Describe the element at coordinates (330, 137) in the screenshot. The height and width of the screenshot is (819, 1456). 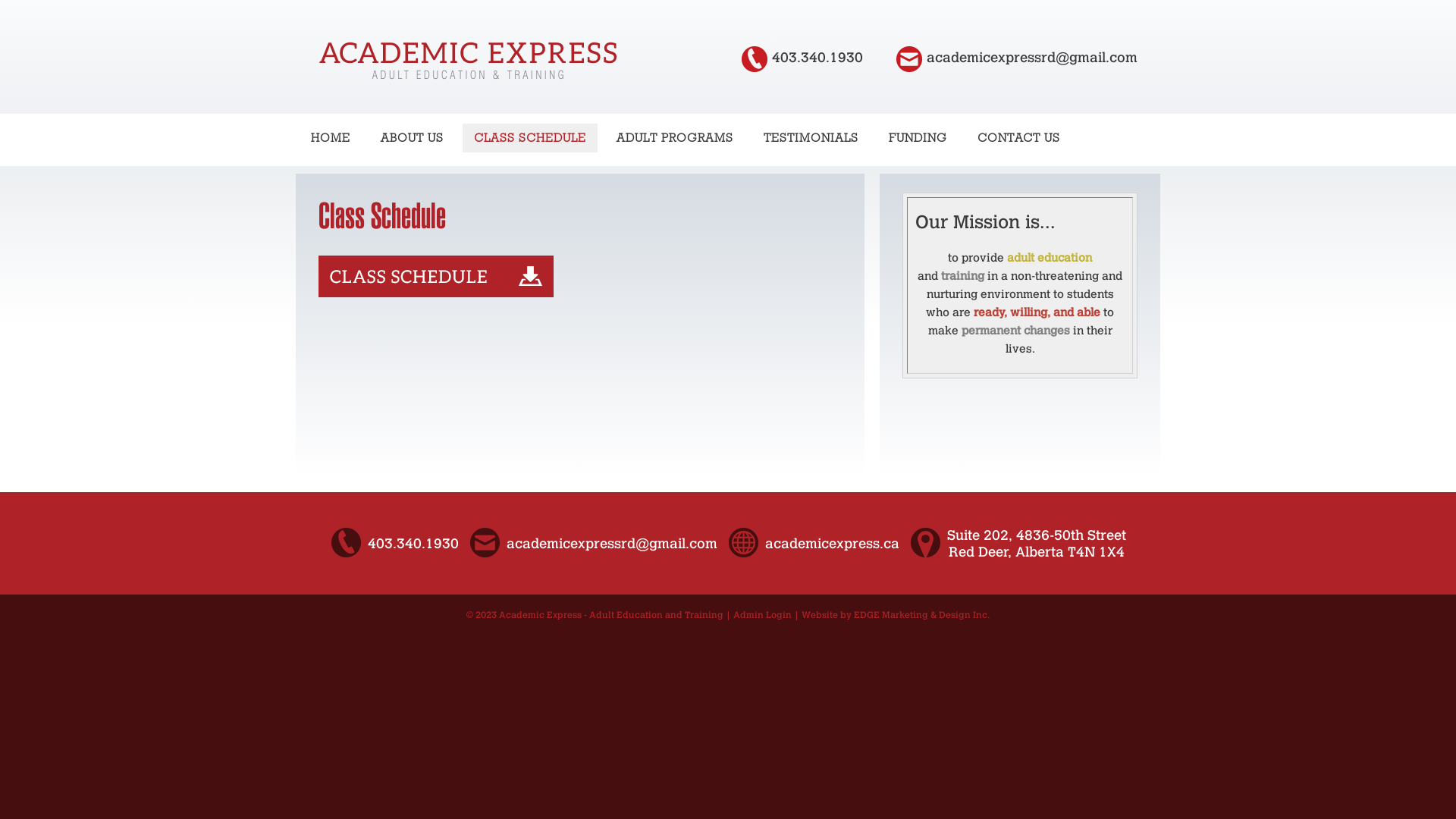
I see `'HOME'` at that location.